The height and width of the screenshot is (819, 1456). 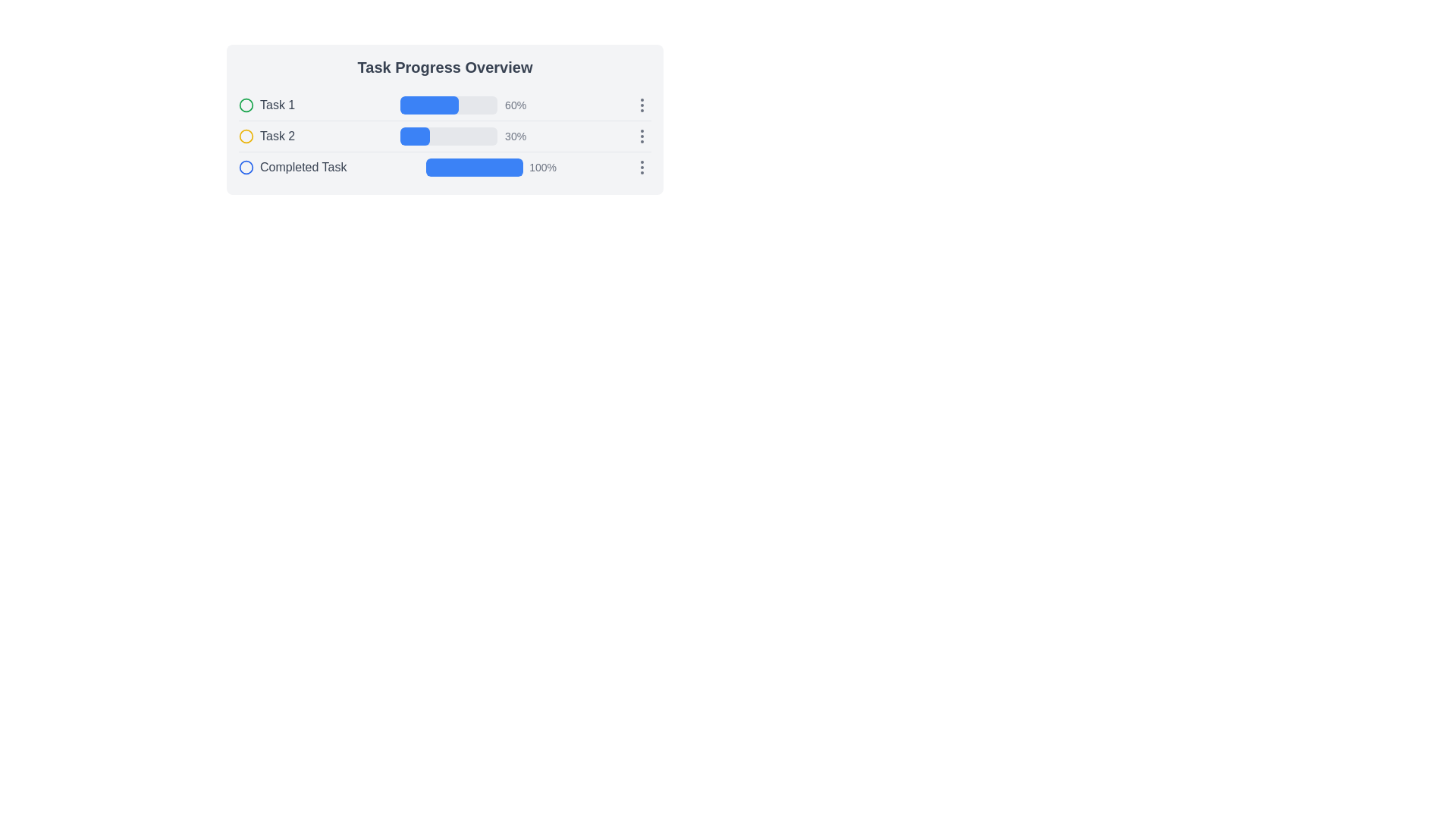 I want to click on the 'Task Progress Overview' widget, so click(x=444, y=119).